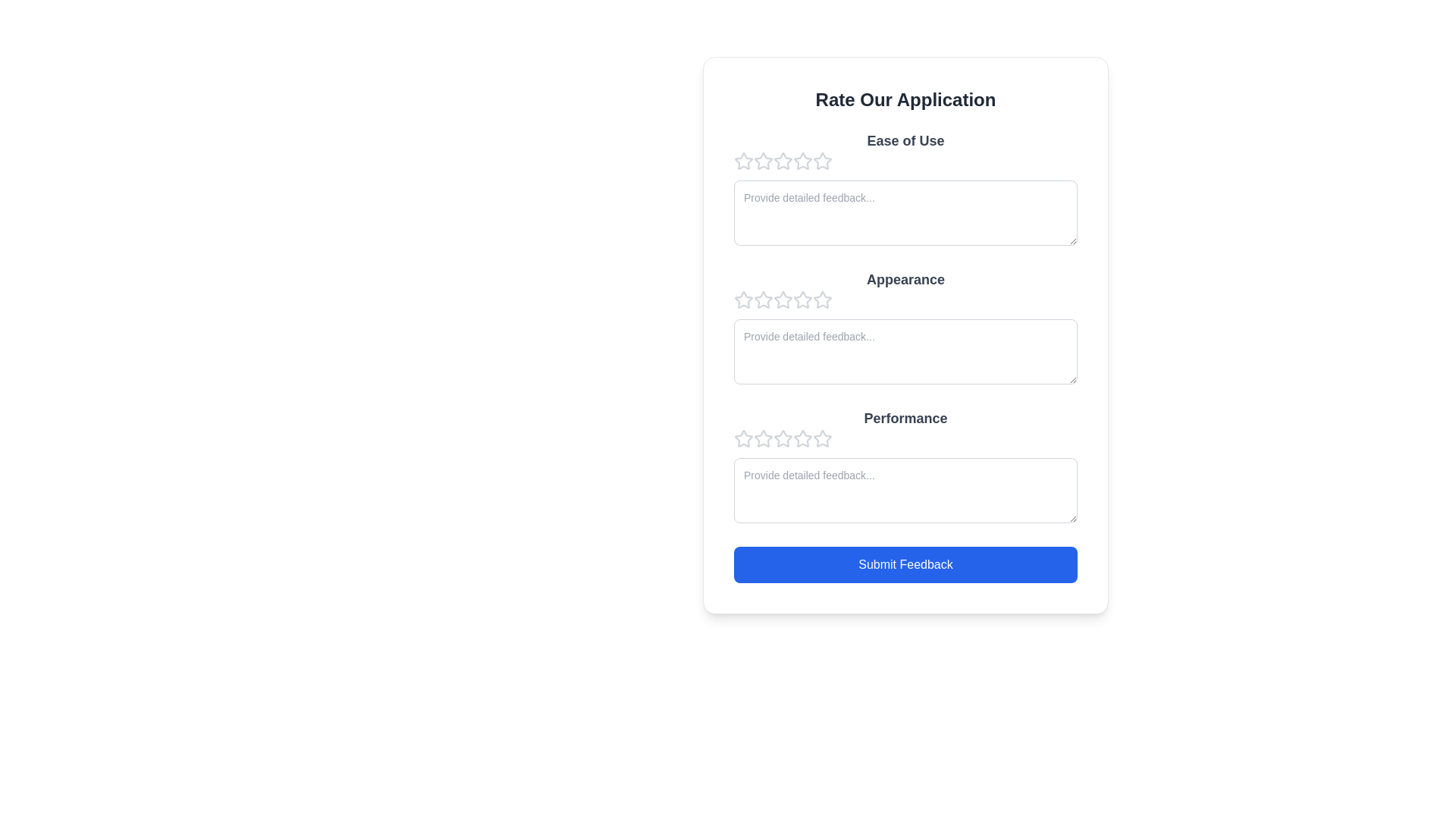 This screenshot has width=1456, height=819. I want to click on the second star icon in the horizontal sequence representing the 'Ease of Use' rating, which is currently in a non-selected state with a light gray fill, so click(783, 161).